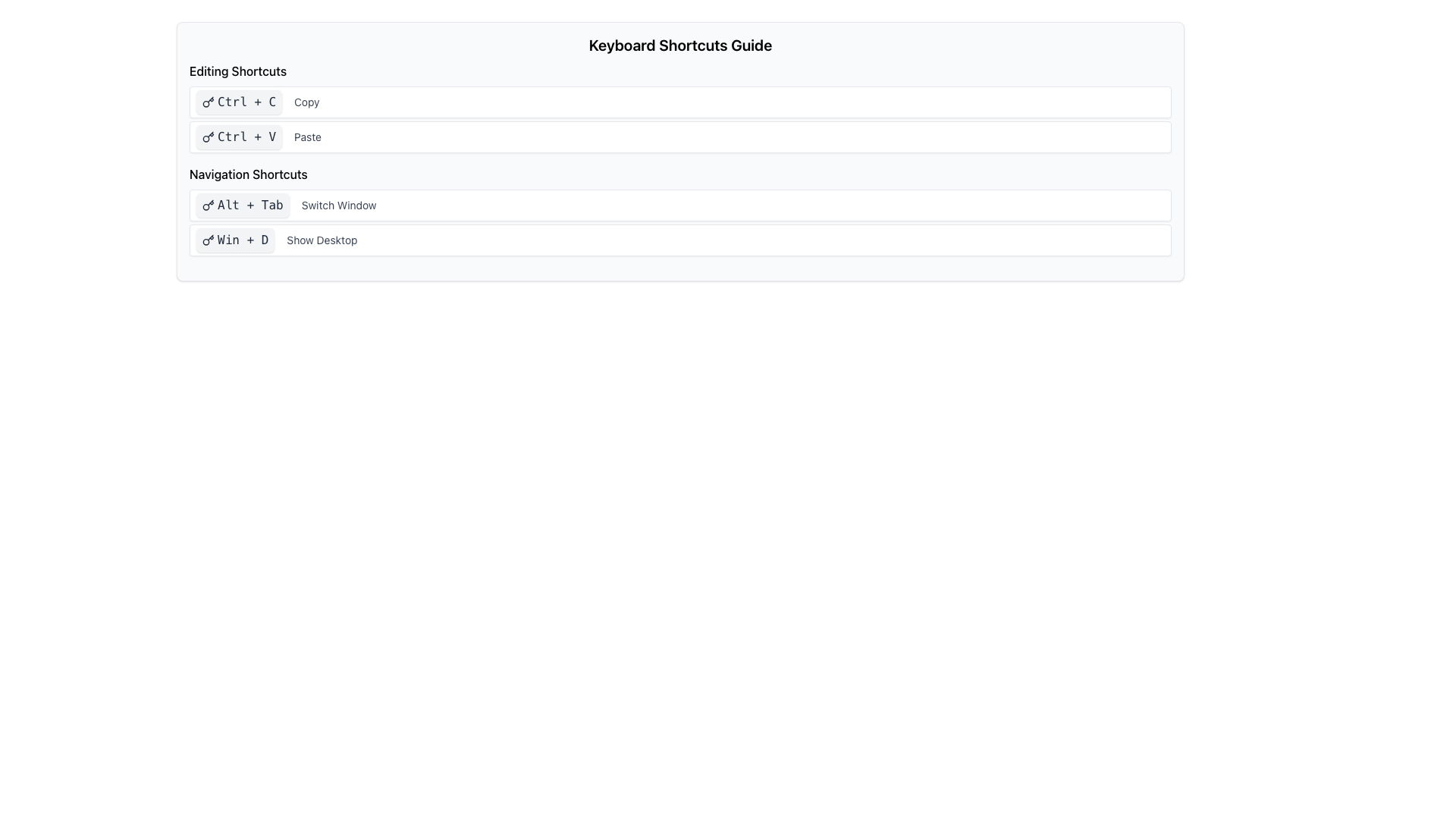  Describe the element at coordinates (248, 174) in the screenshot. I see `the text element that contains bold text reading 'Navigation Shortcuts', styled as a heading, located in the top-central part of the interface` at that location.